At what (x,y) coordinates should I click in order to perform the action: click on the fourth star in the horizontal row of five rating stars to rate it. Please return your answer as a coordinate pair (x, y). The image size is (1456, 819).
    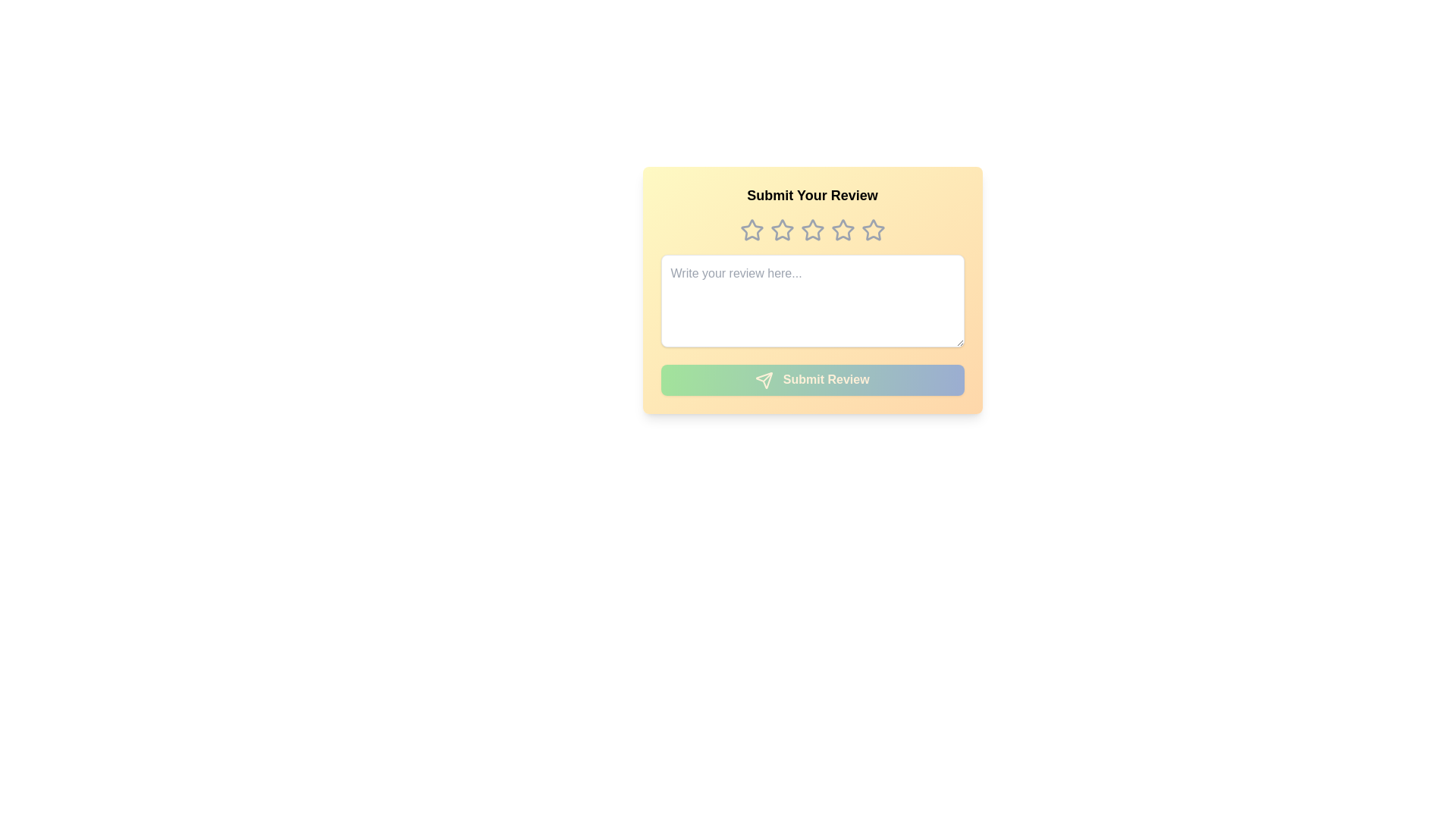
    Looking at the image, I should click on (842, 231).